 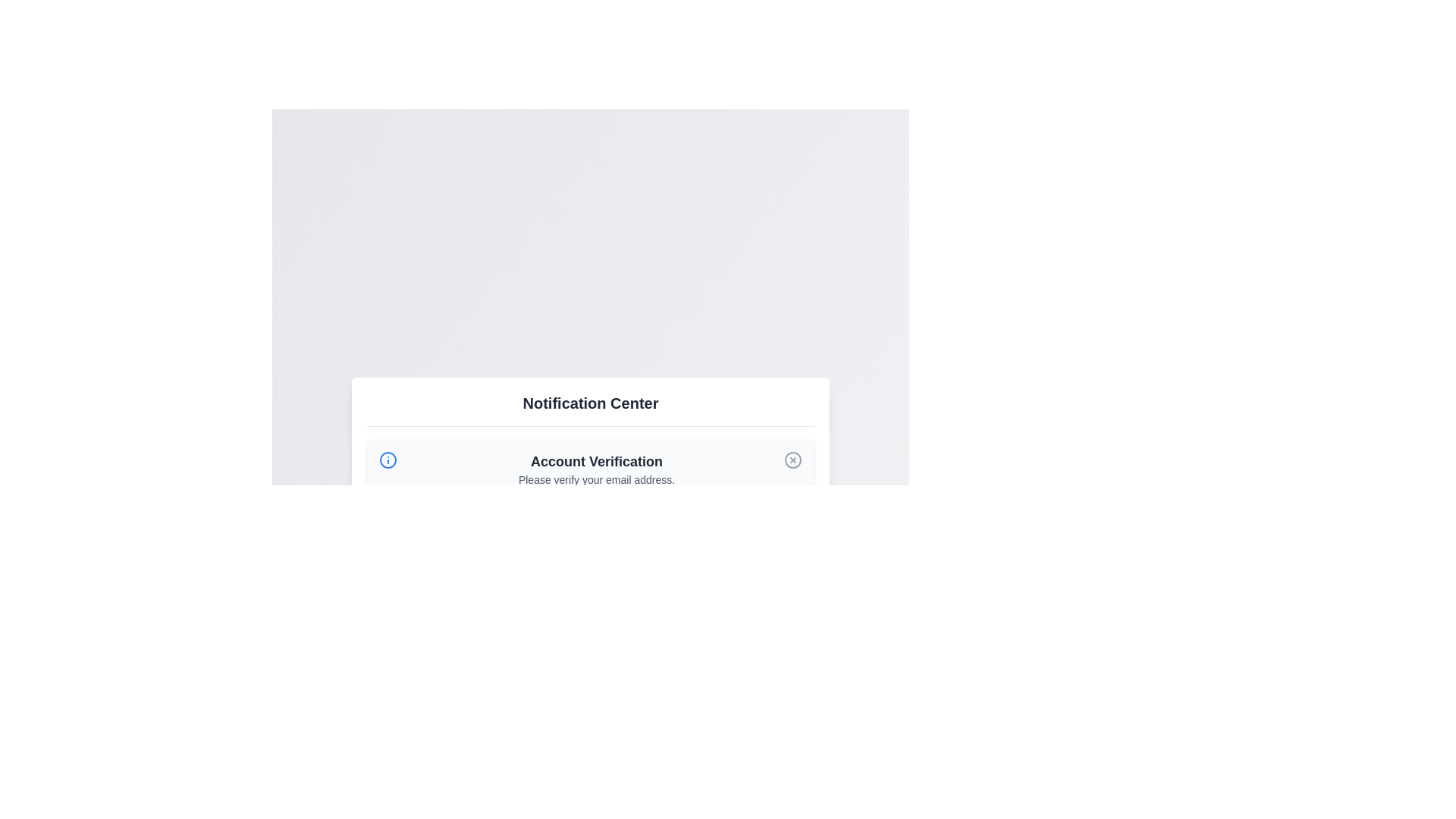 I want to click on the circular outline button with an 'X' shape, located within the 'Account Verification' notification area, so click(x=792, y=459).